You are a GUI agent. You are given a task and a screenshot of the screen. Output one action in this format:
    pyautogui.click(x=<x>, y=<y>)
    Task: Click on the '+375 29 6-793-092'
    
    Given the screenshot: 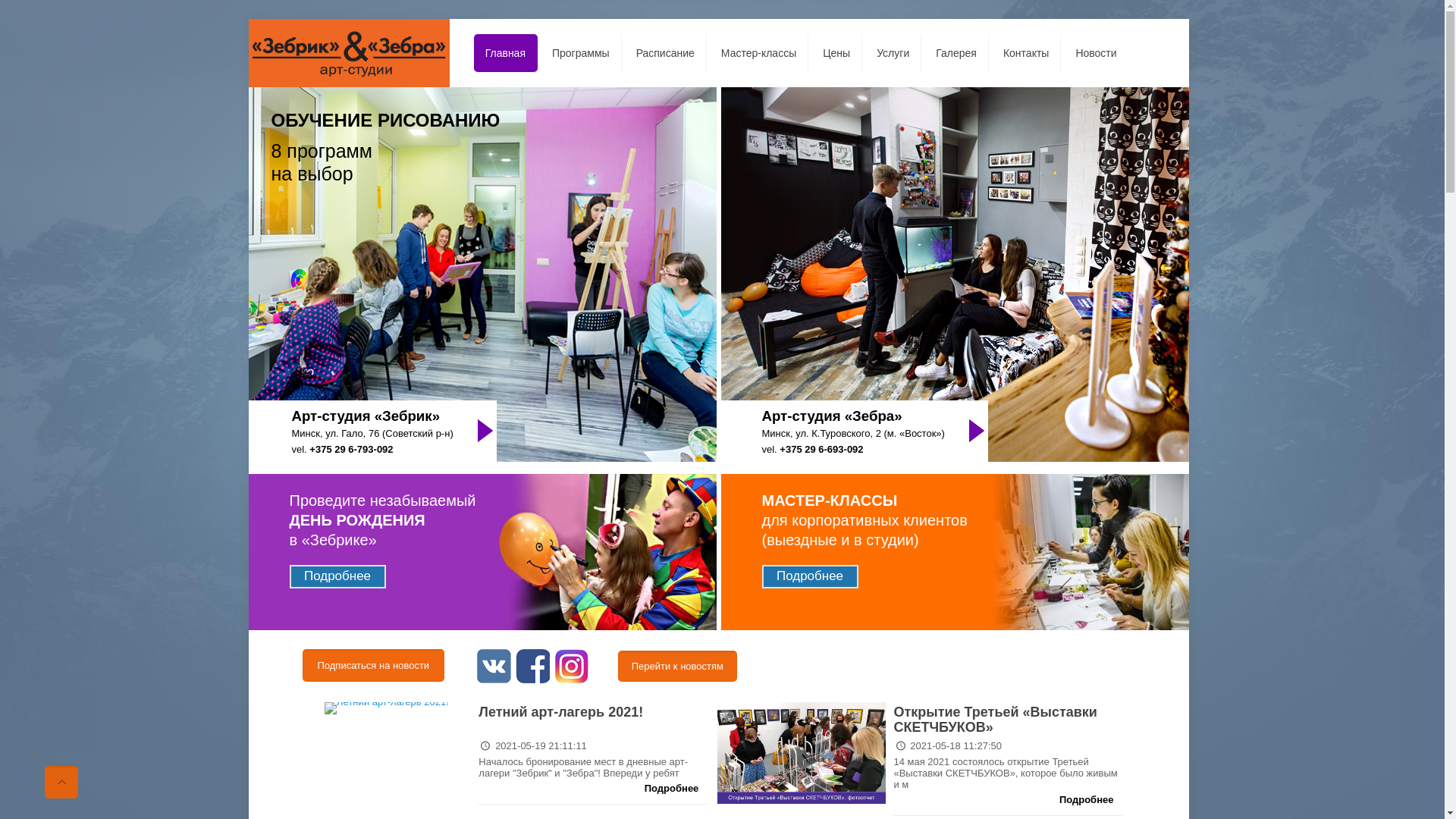 What is the action you would take?
    pyautogui.click(x=309, y=448)
    